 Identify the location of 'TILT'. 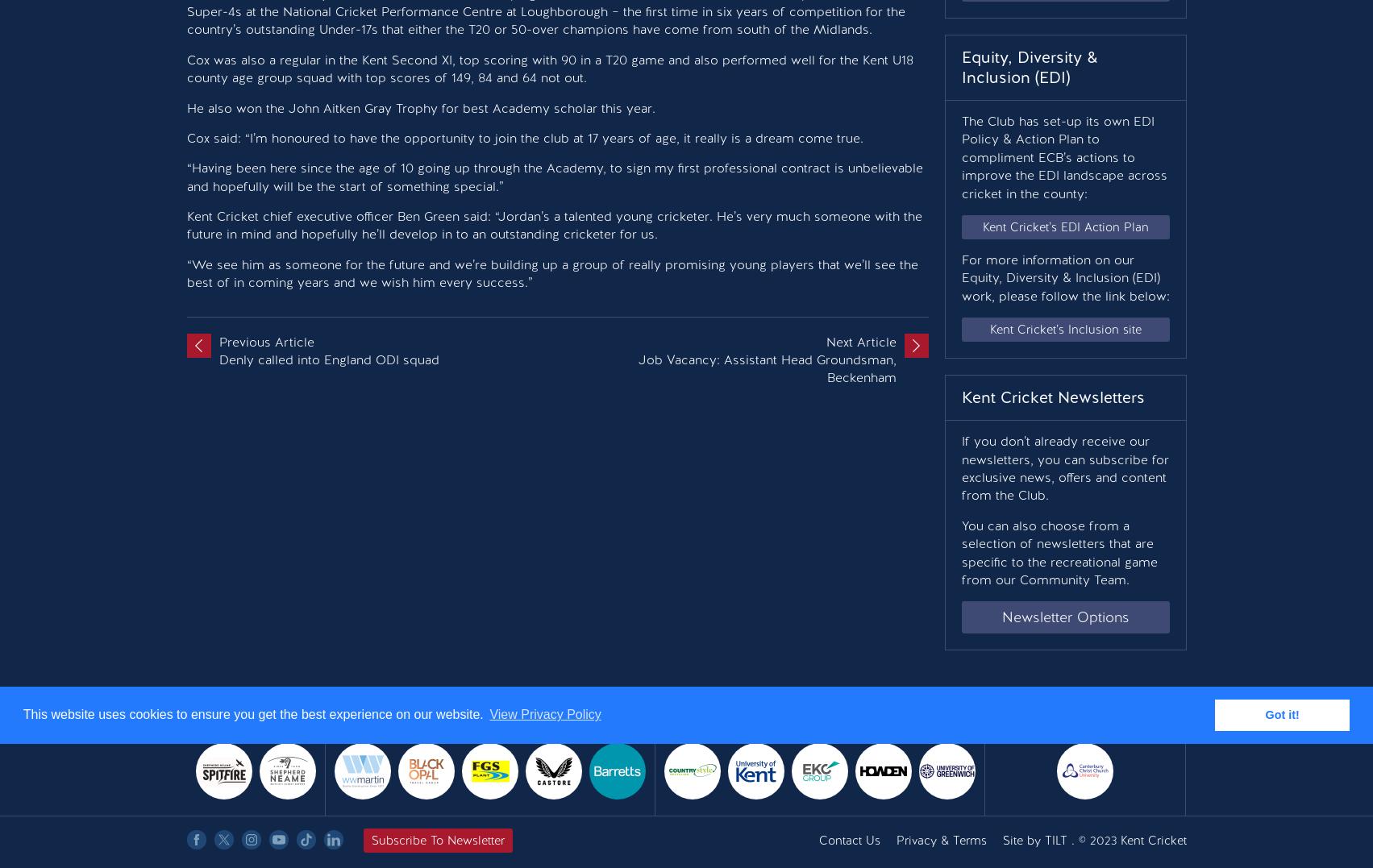
(1054, 840).